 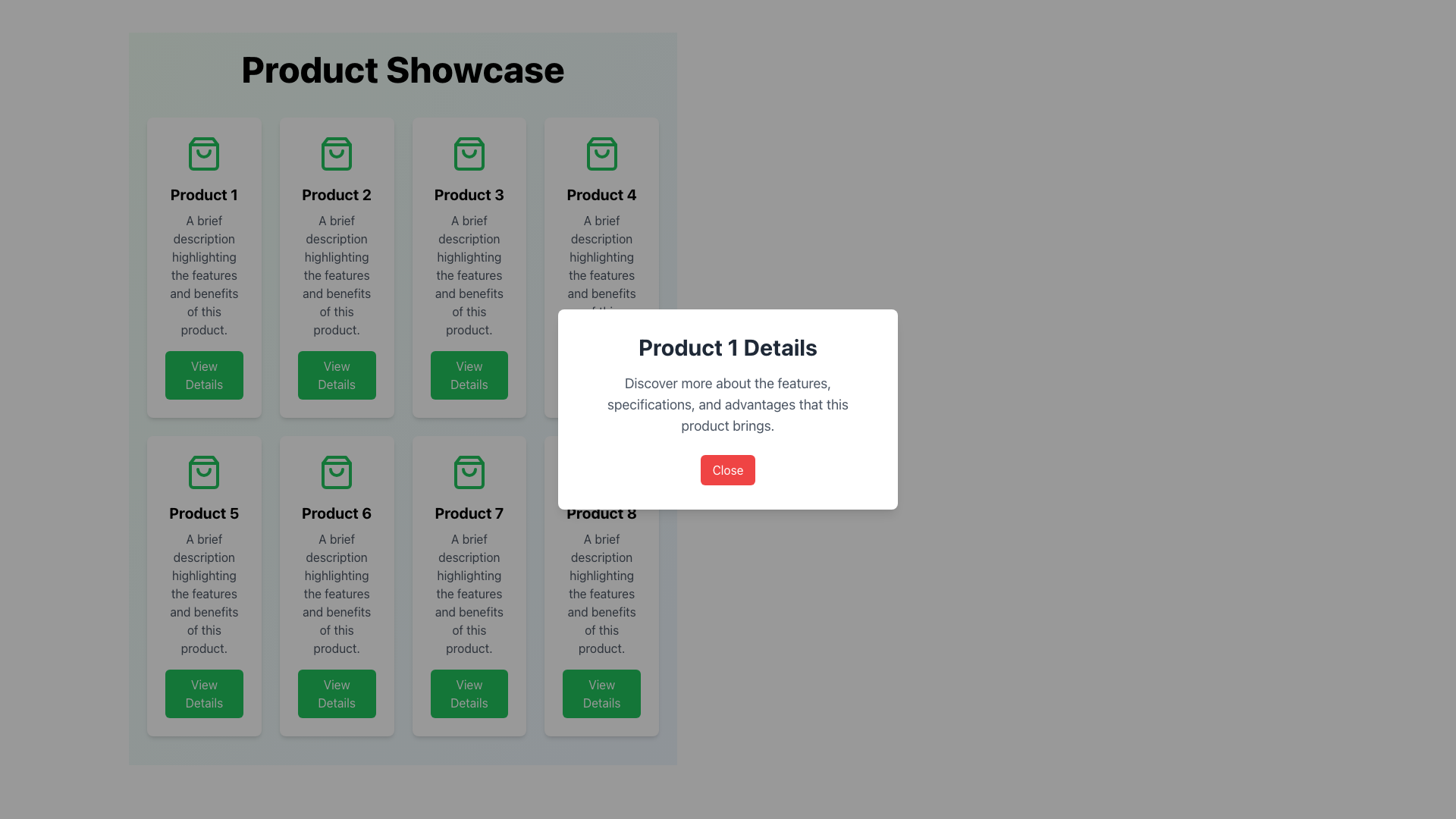 What do you see at coordinates (336, 472) in the screenshot?
I see `the shopping icon located at the center of the 'Product 6' card, which is positioned directly above the title 'Product 6' in the lower middle section of the grid` at bounding box center [336, 472].